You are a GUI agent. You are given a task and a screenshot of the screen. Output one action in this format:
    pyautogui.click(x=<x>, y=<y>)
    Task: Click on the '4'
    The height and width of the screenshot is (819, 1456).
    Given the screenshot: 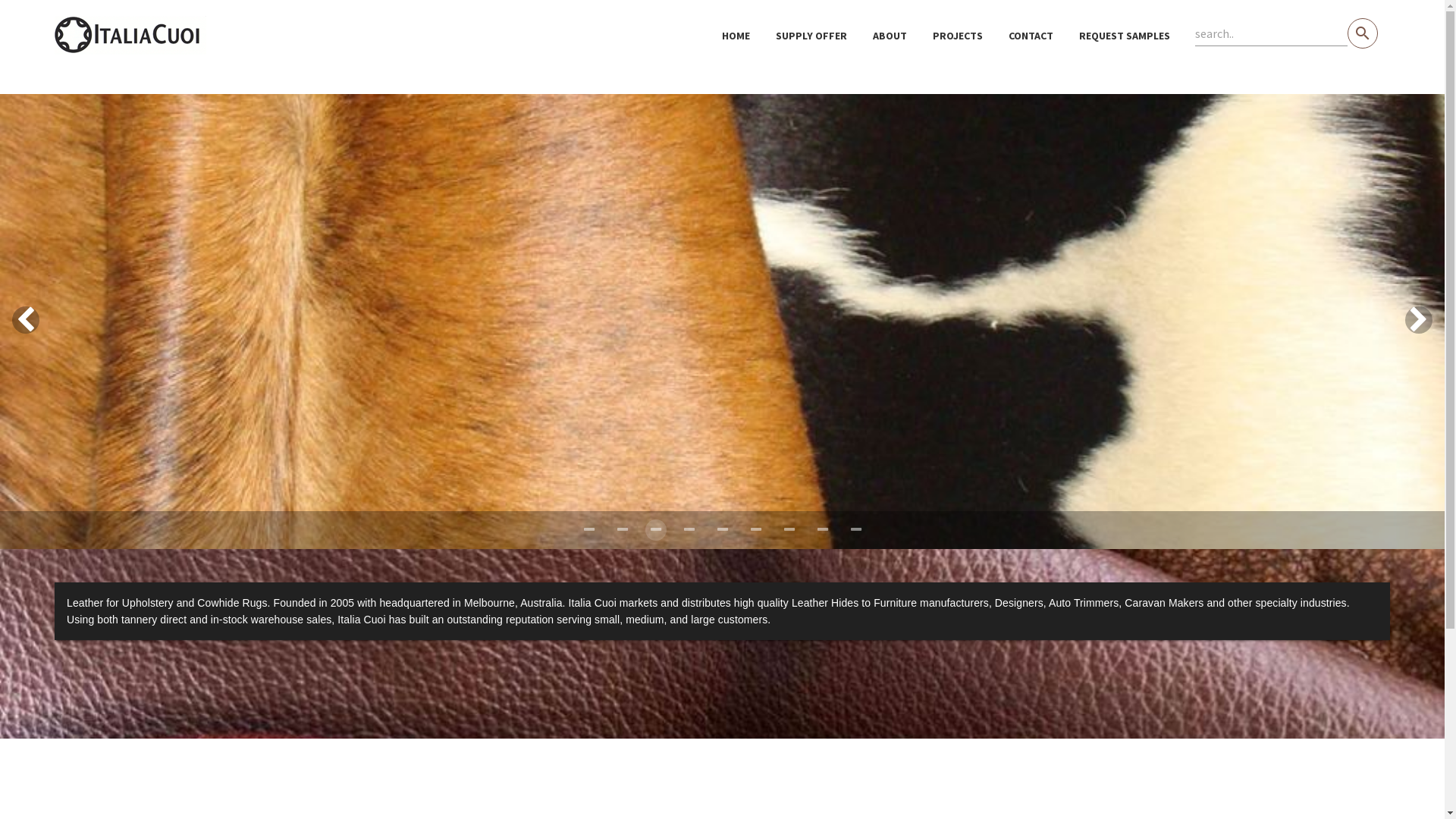 What is the action you would take?
    pyautogui.click(x=710, y=529)
    